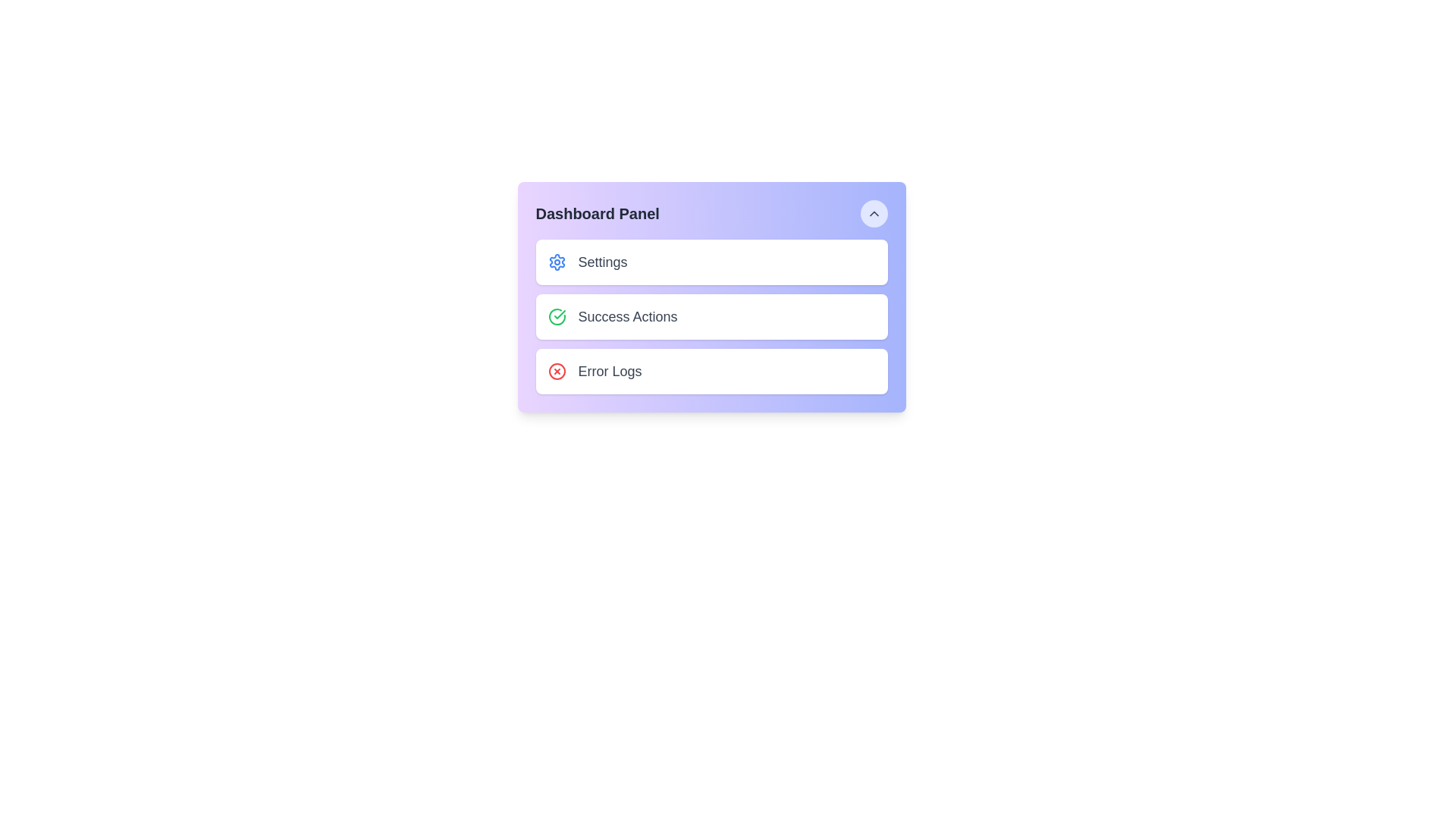  What do you see at coordinates (559, 314) in the screenshot?
I see `the meaning visually of the green checkmark icon, which represents a successful operation or confirmation, located beside the 'Success Actions' text label` at bounding box center [559, 314].